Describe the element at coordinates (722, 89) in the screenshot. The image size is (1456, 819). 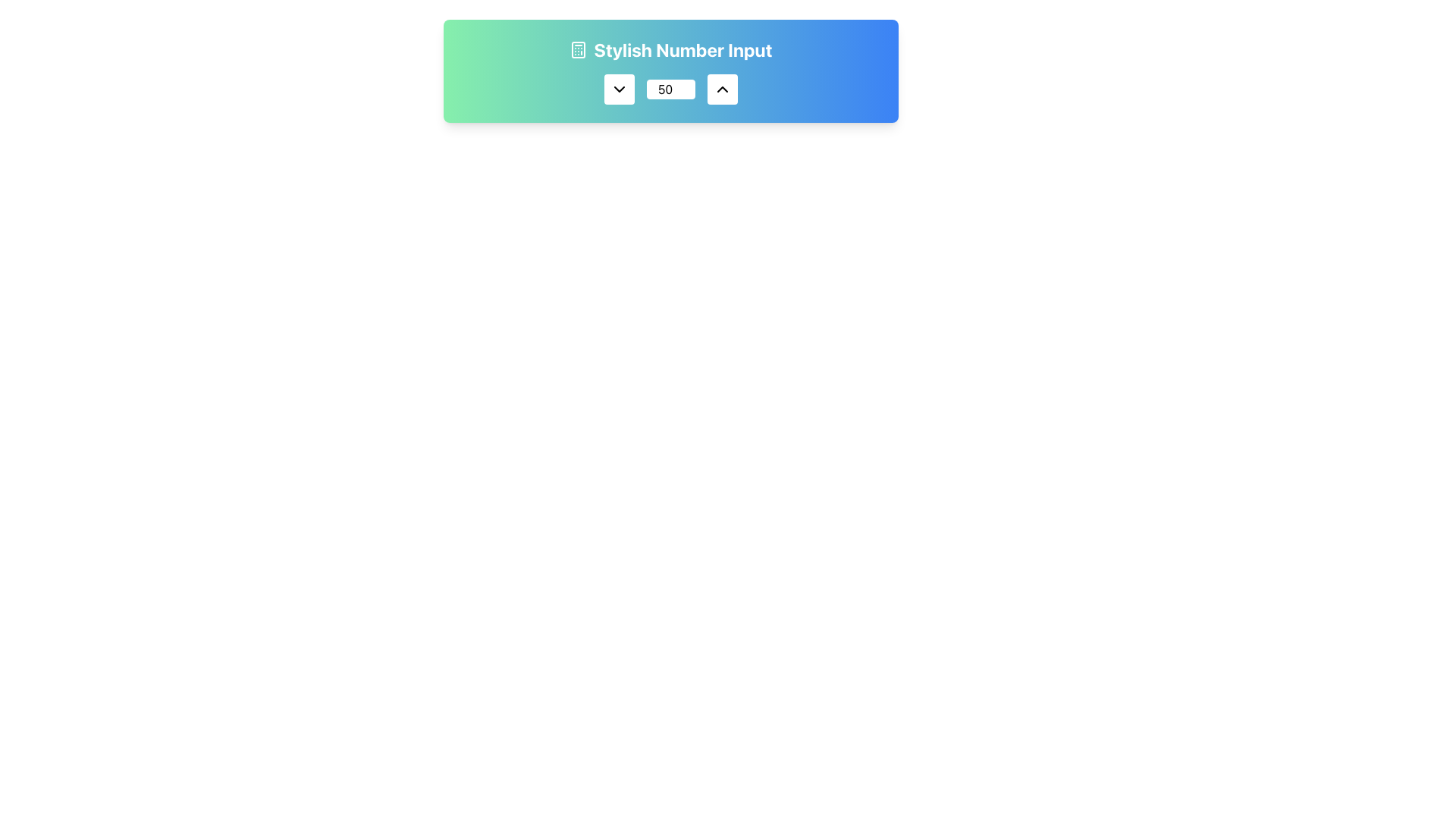
I see `the button with an upward chevron icon located to the right of the numeric input field displaying '50' to increase the number` at that location.